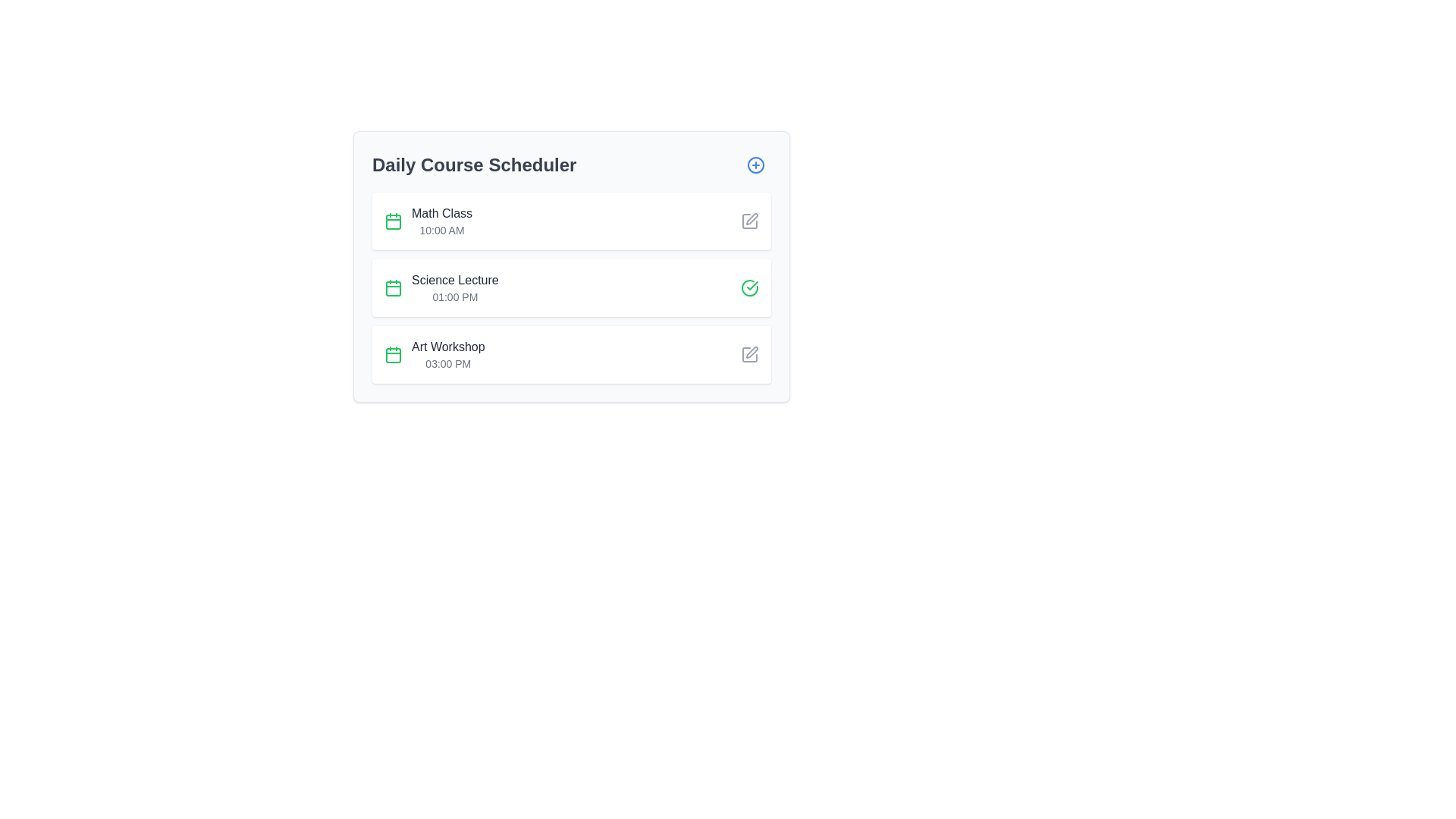 This screenshot has height=819, width=1456. What do you see at coordinates (393, 288) in the screenshot?
I see `the green calendar icon located at the leftmost part of the row for the event titled 'Science Lecture' at '01:00 PM'` at bounding box center [393, 288].